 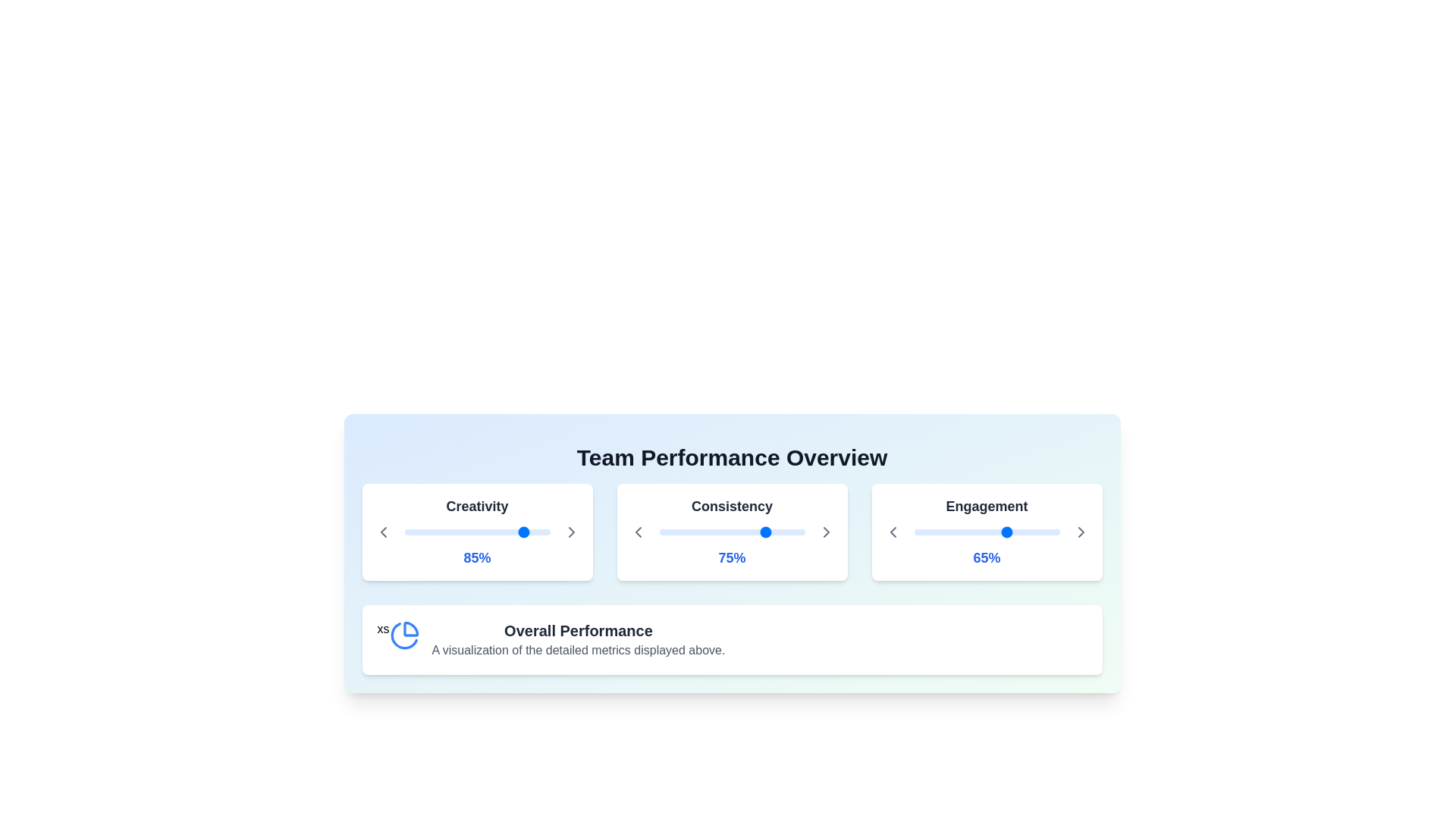 I want to click on engagement, so click(x=918, y=532).